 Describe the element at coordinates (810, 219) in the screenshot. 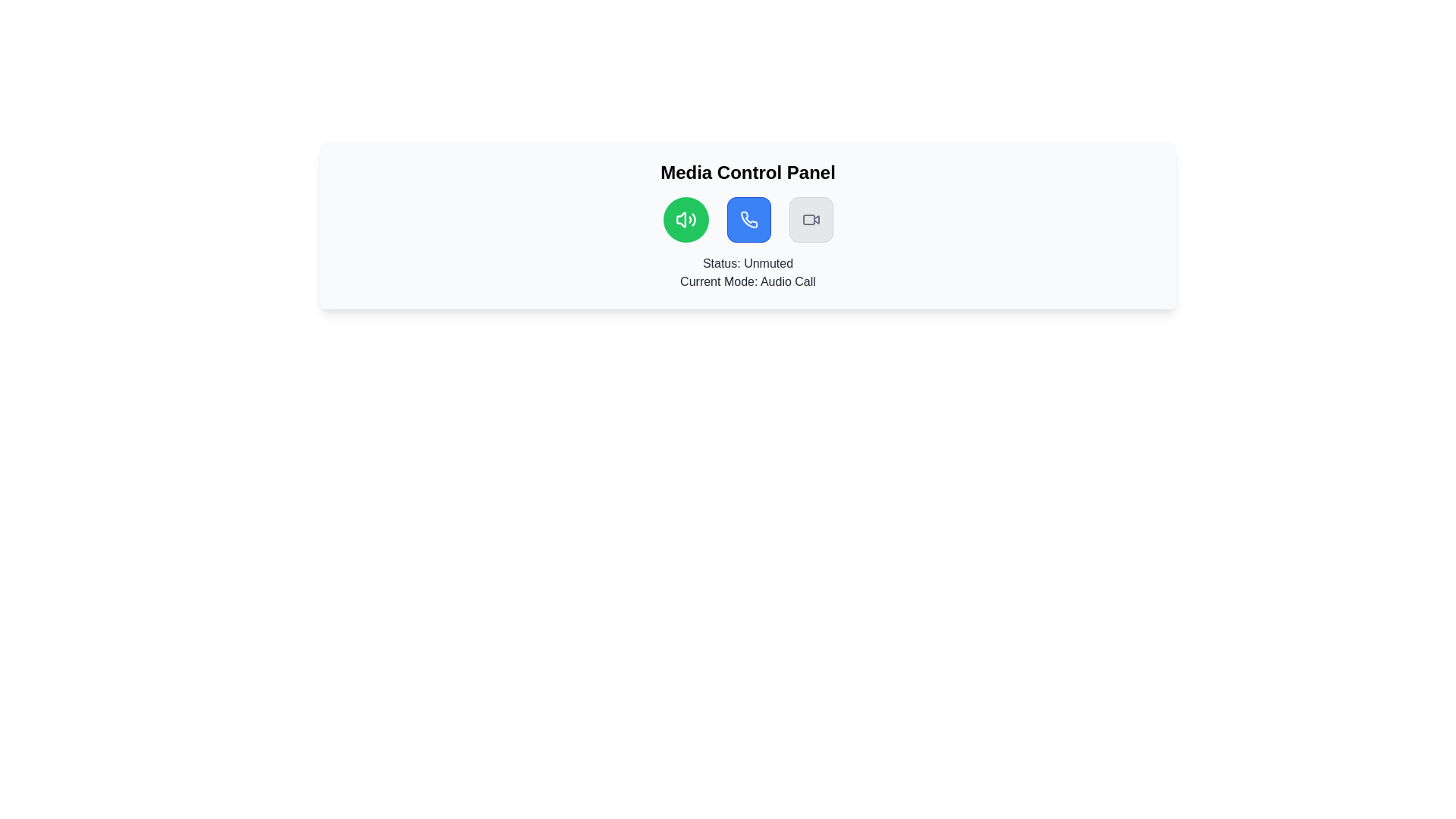

I see `the third button from the left in the horizontal row of controls at the bottom section of the interface to switch to video mode` at that location.